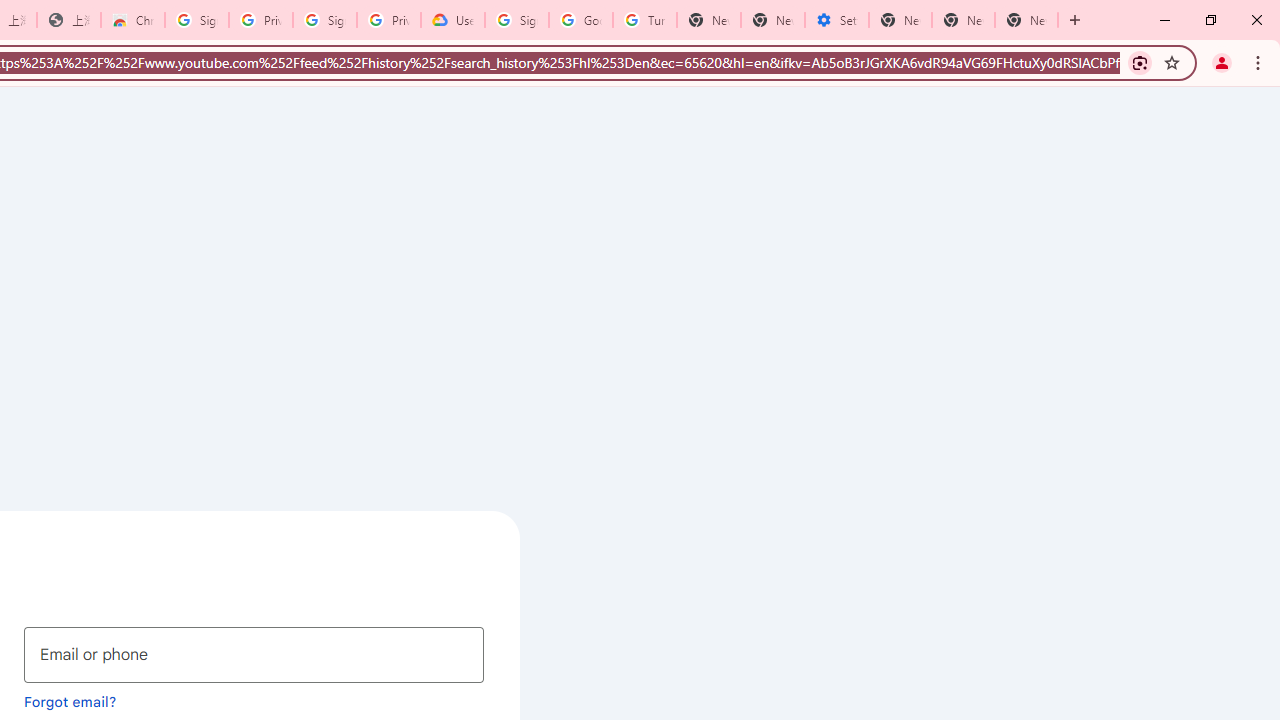  Describe the element at coordinates (253, 654) in the screenshot. I see `'Email or phone'` at that location.